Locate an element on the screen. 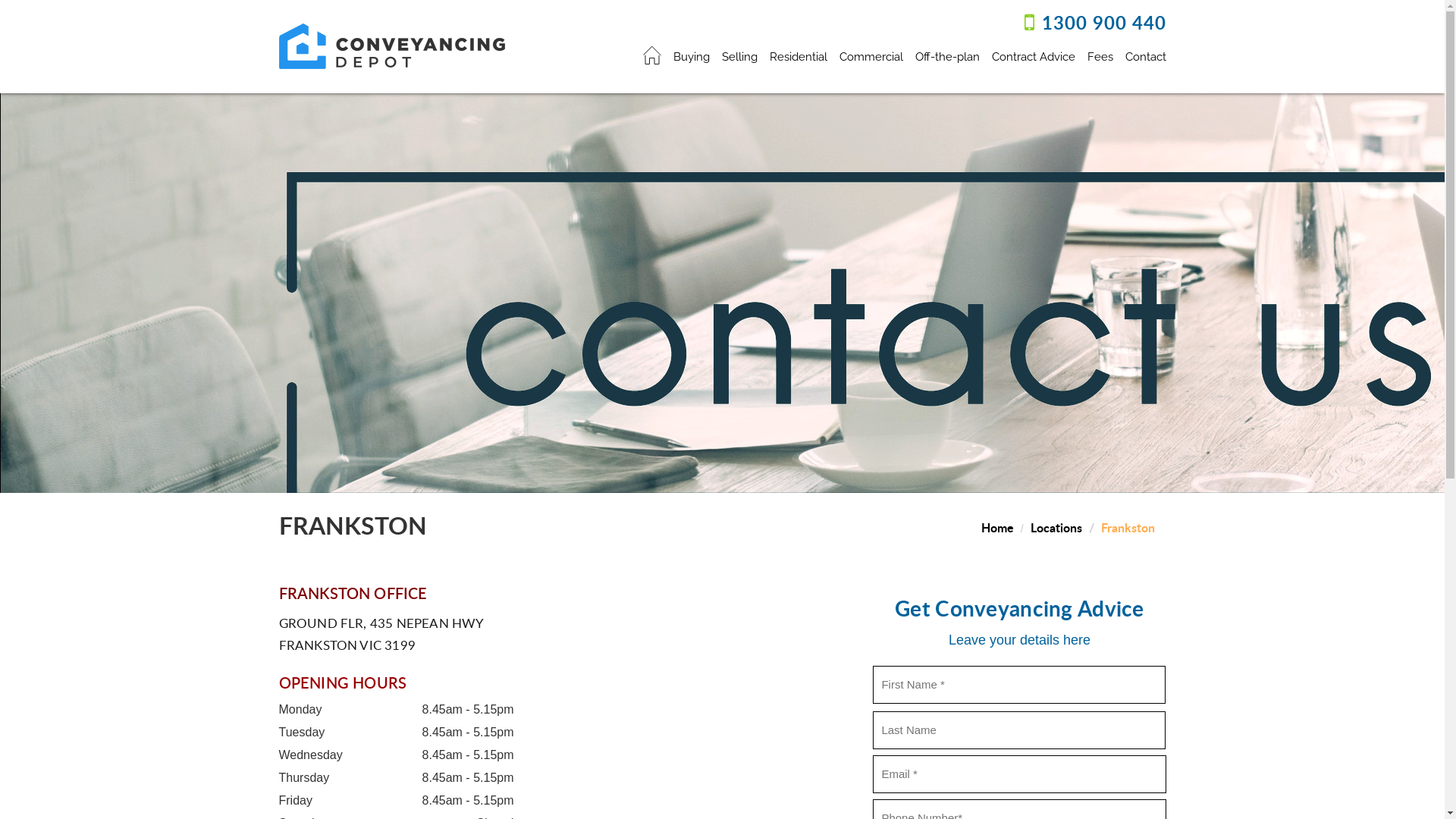 The width and height of the screenshot is (1456, 819). 'Buying' is located at coordinates (691, 53).